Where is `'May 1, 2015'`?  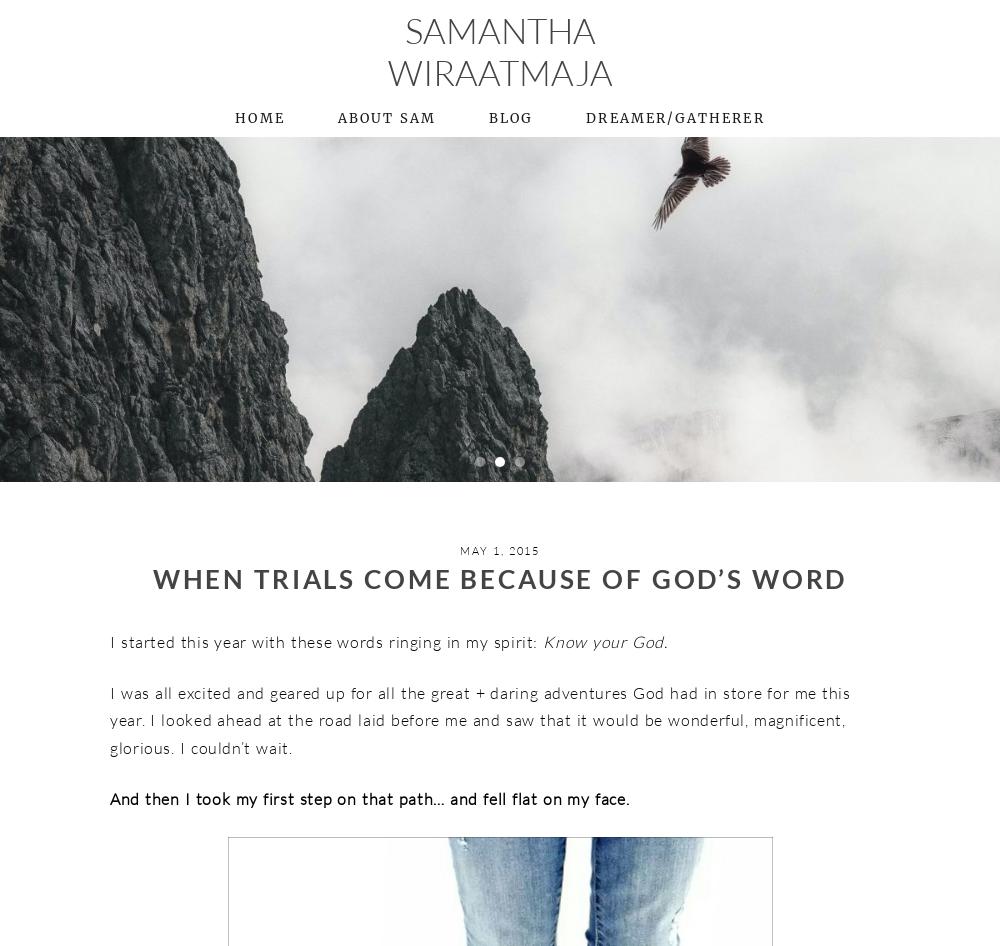 'May 1, 2015' is located at coordinates (459, 550).